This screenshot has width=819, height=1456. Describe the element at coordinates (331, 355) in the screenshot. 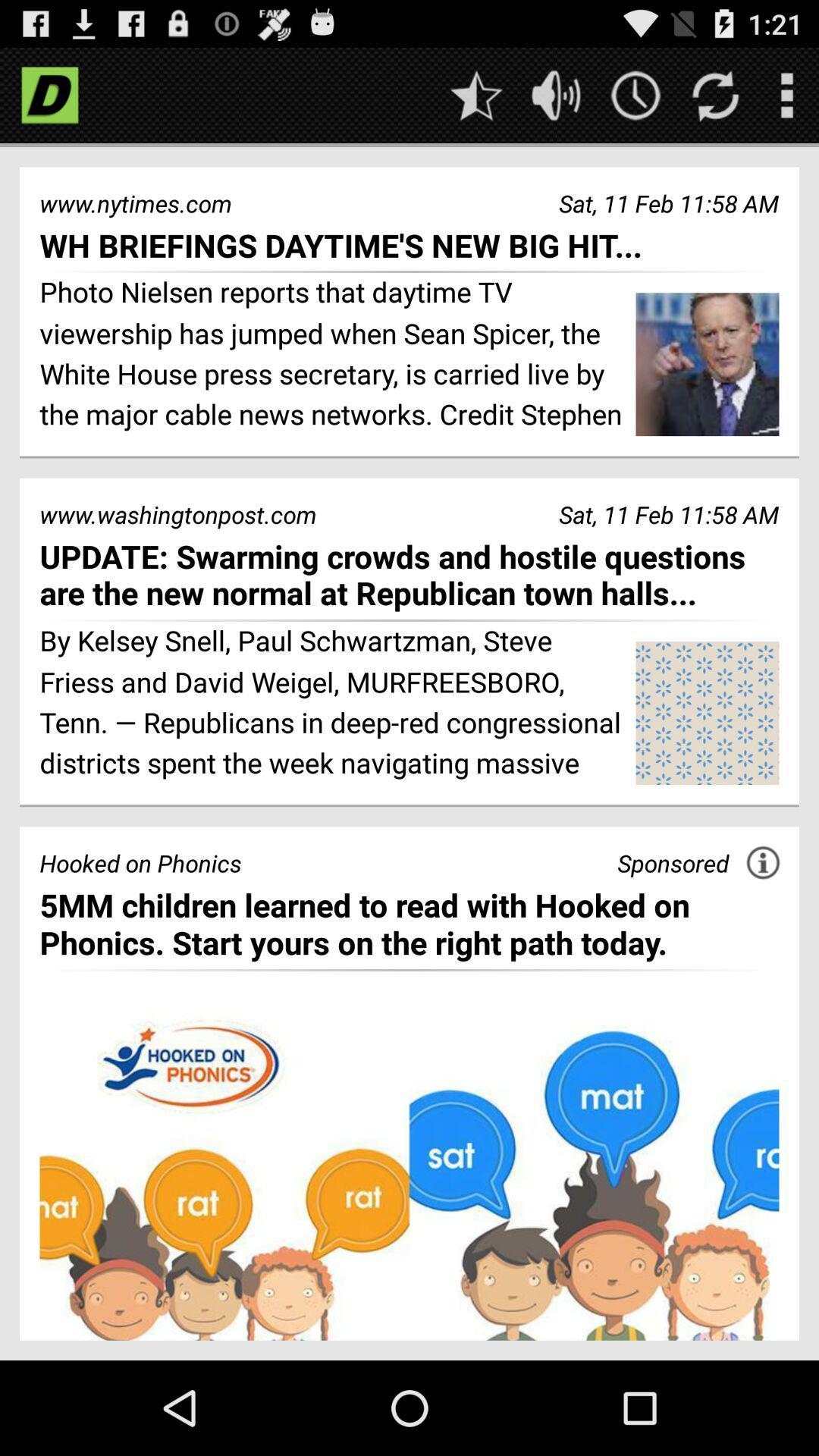

I see `the photo nielsen reports` at that location.